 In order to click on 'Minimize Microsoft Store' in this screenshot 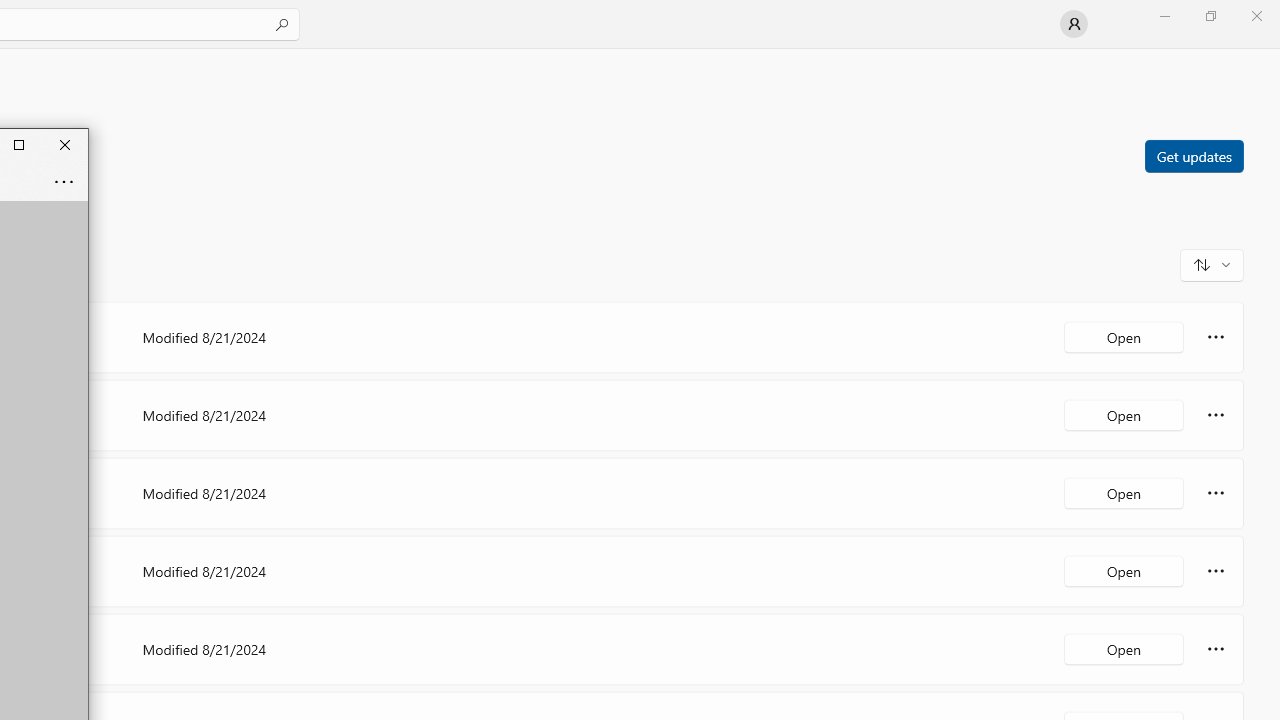, I will do `click(1164, 15)`.